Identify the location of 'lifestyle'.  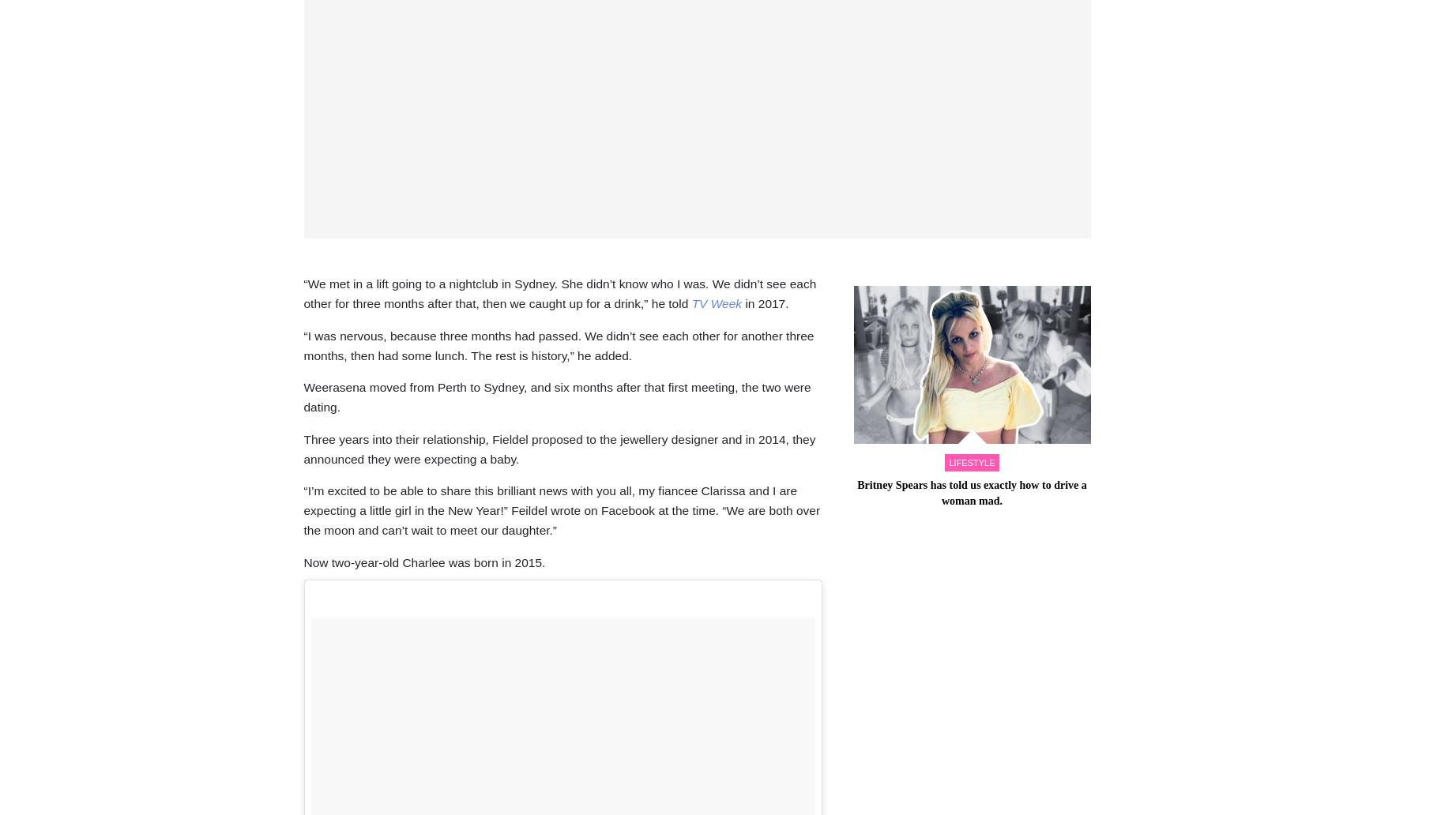
(972, 462).